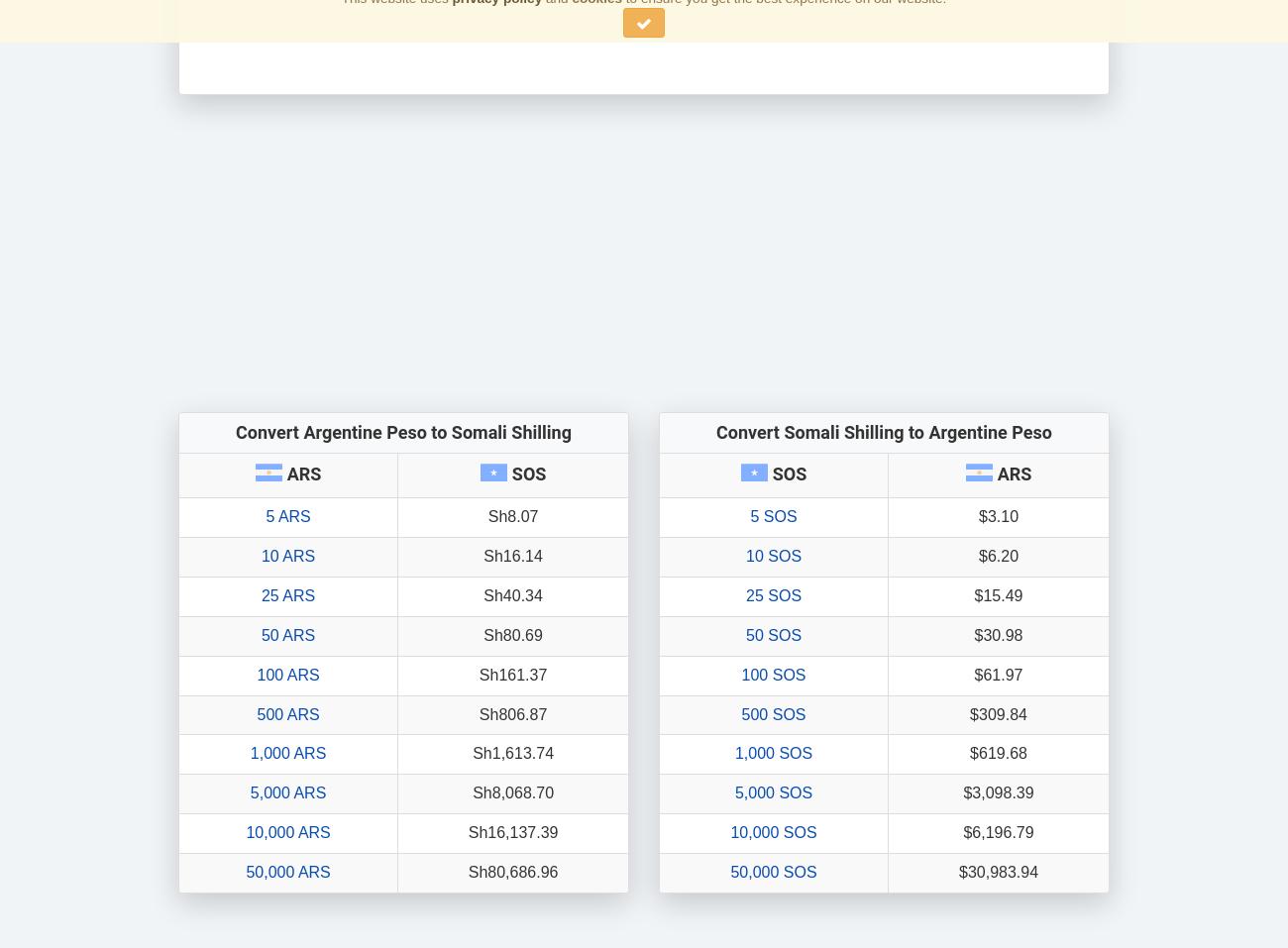  What do you see at coordinates (513, 791) in the screenshot?
I see `'Sh8,068.70'` at bounding box center [513, 791].